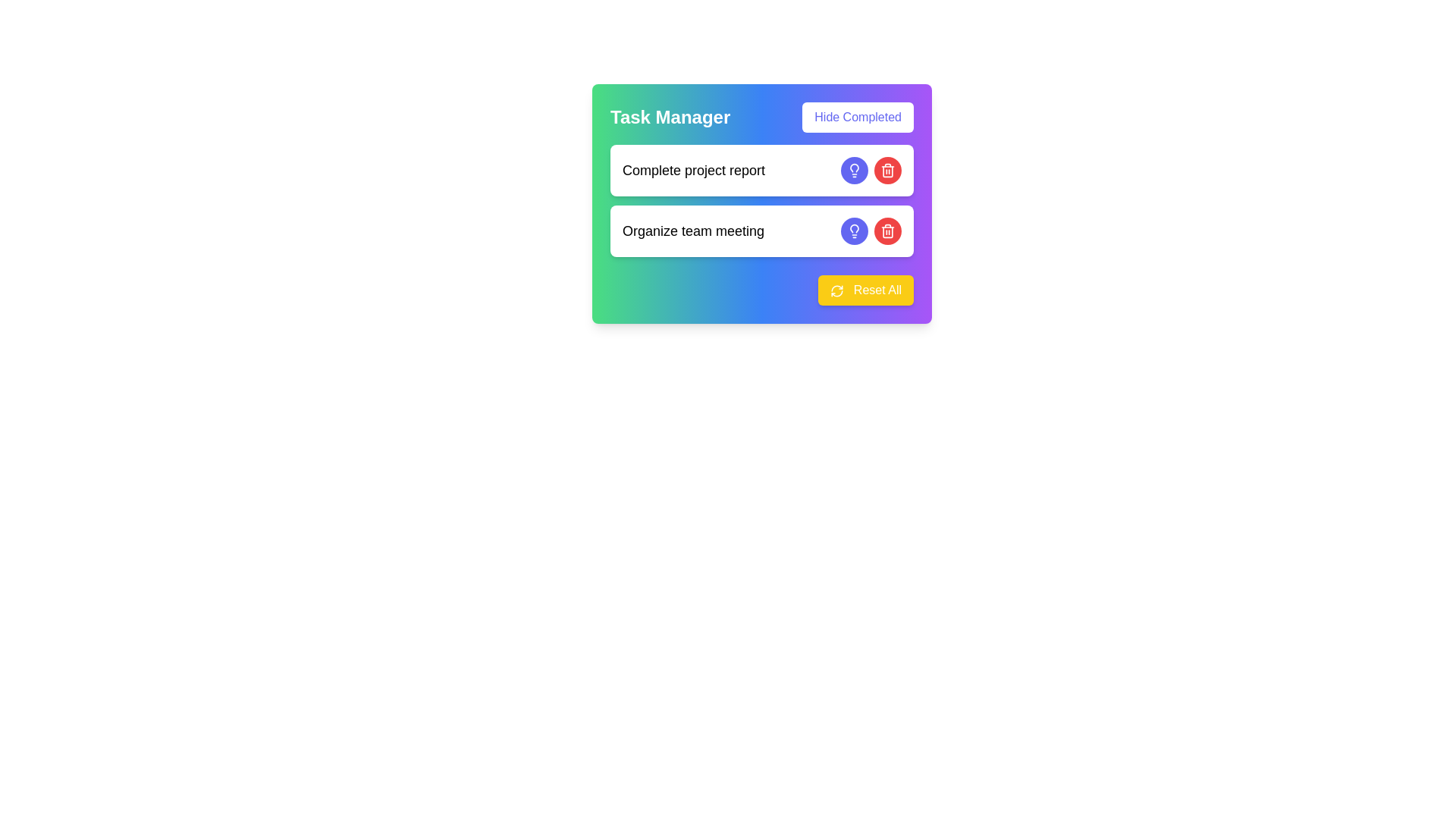  I want to click on the red trash bin button located at the end of the first task row in the task manager interface, so click(888, 170).